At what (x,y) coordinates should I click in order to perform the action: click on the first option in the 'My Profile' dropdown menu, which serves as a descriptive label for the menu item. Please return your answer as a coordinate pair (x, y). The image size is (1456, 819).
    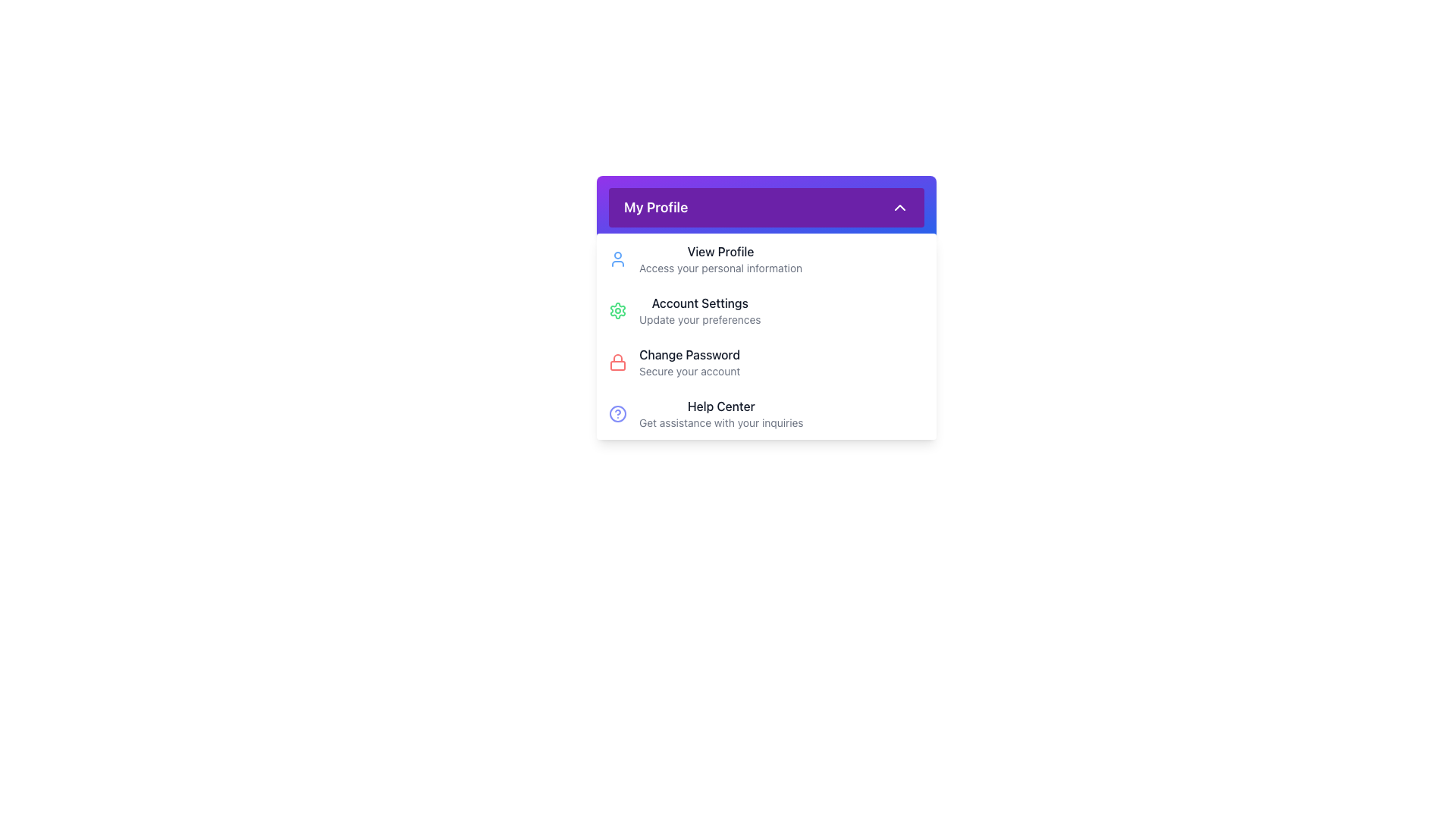
    Looking at the image, I should click on (720, 250).